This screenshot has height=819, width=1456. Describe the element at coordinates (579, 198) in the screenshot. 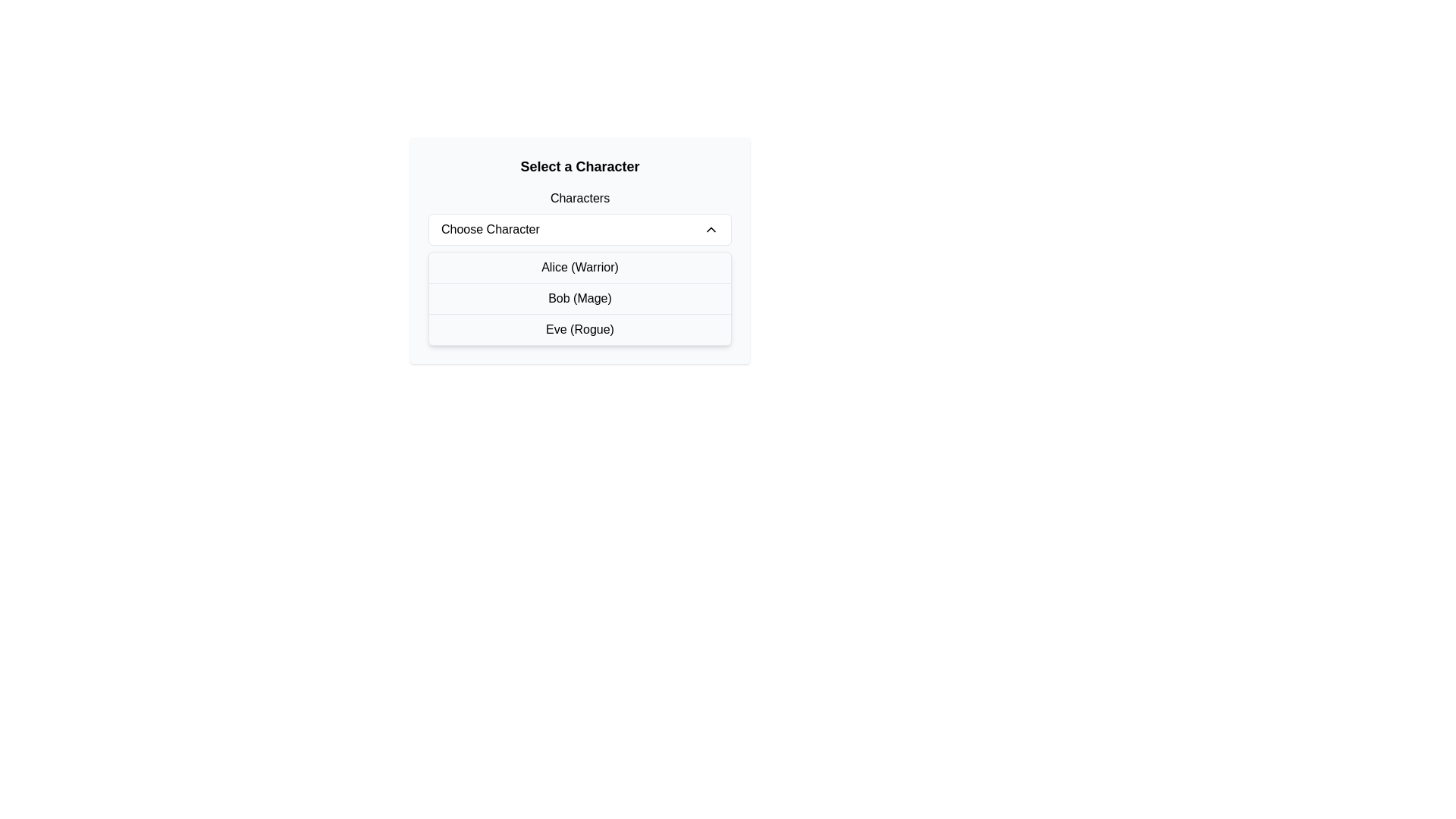

I see `the static label that introduces the dropdown component for character selection, located below the header 'Select a Character' and above the dropdown labeled 'Choose Character'` at that location.